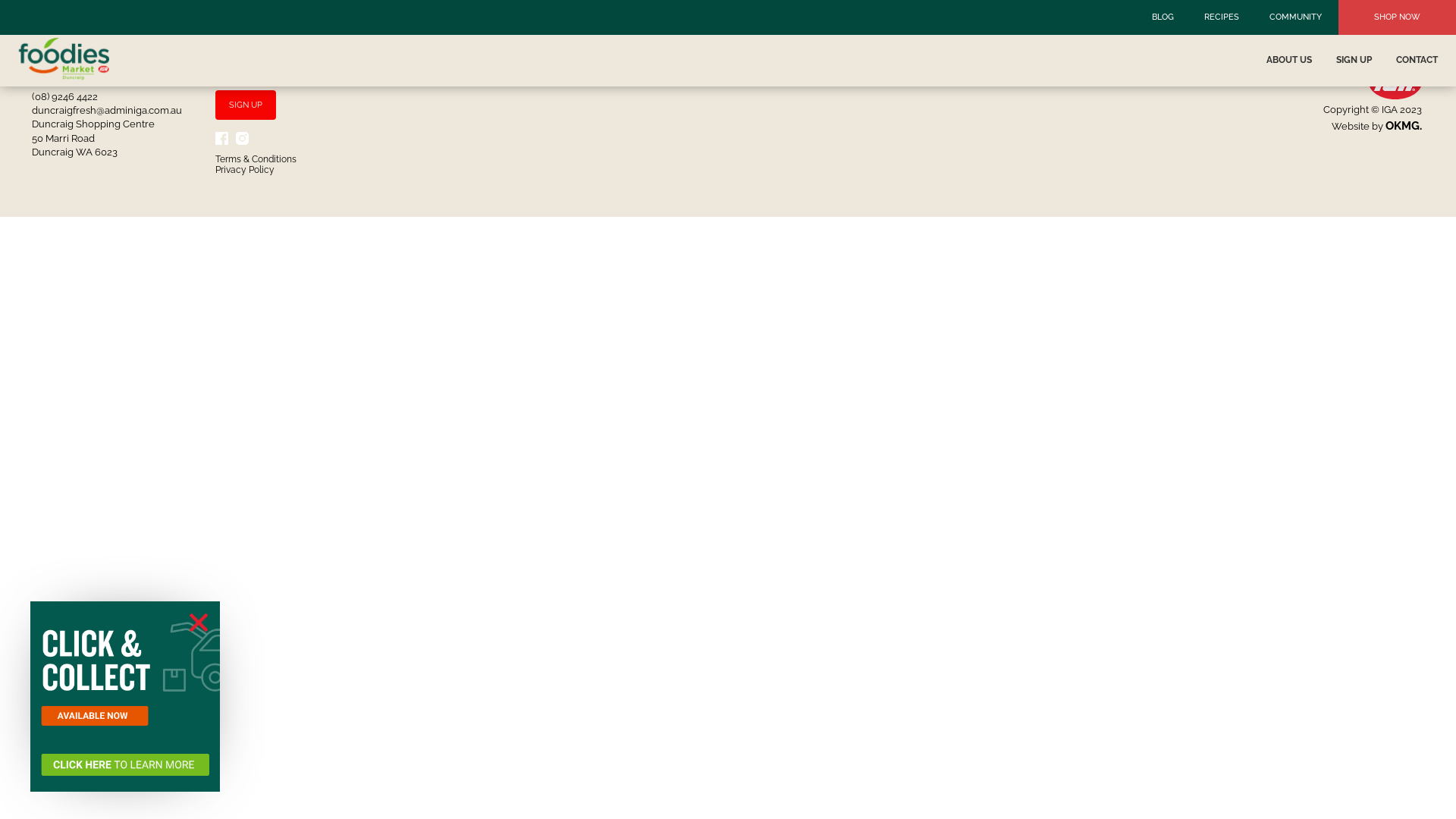  Describe the element at coordinates (256, 158) in the screenshot. I see `'Terms & Conditions'` at that location.